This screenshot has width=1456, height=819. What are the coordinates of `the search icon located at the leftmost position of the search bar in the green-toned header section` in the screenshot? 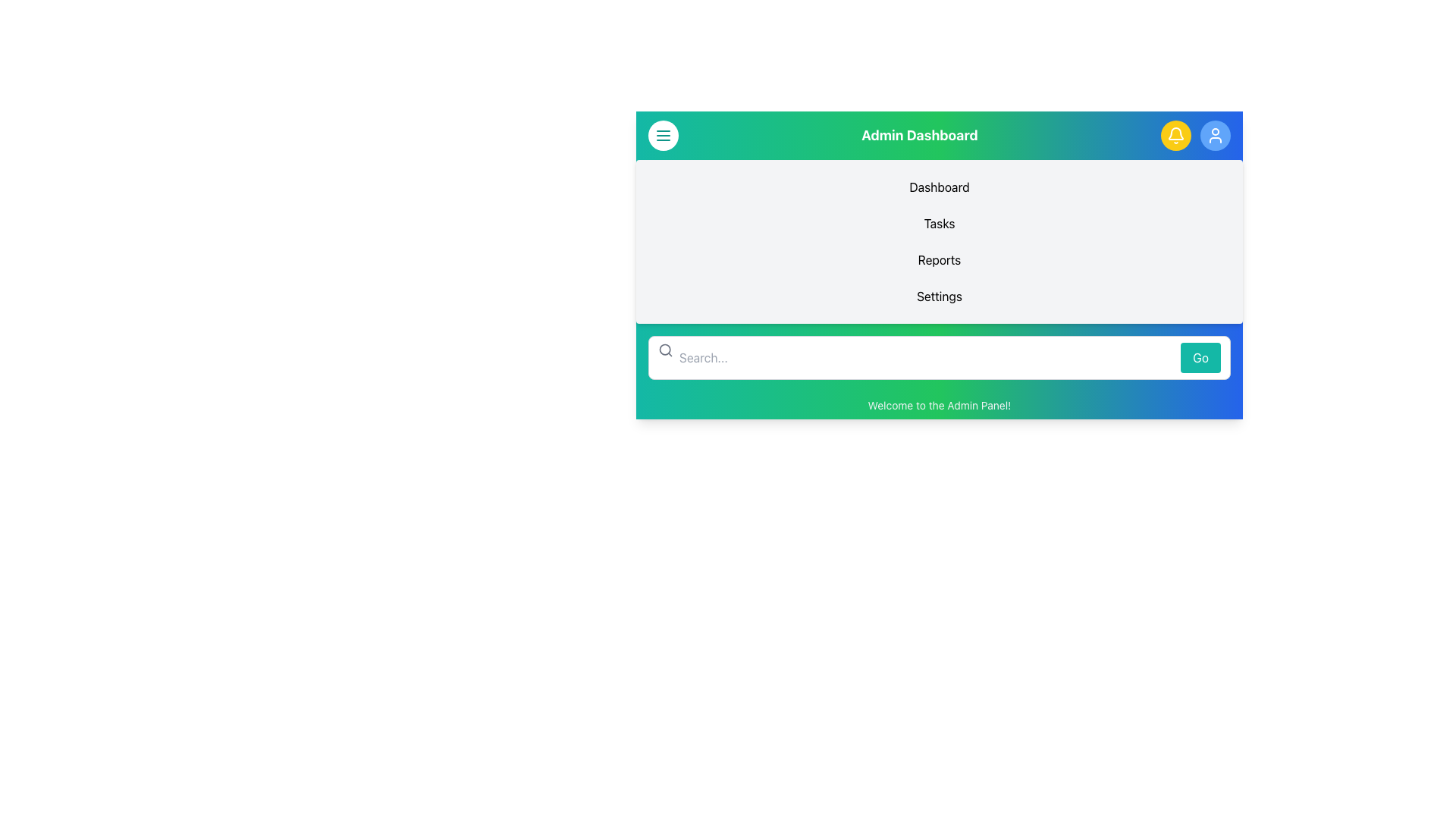 It's located at (666, 350).